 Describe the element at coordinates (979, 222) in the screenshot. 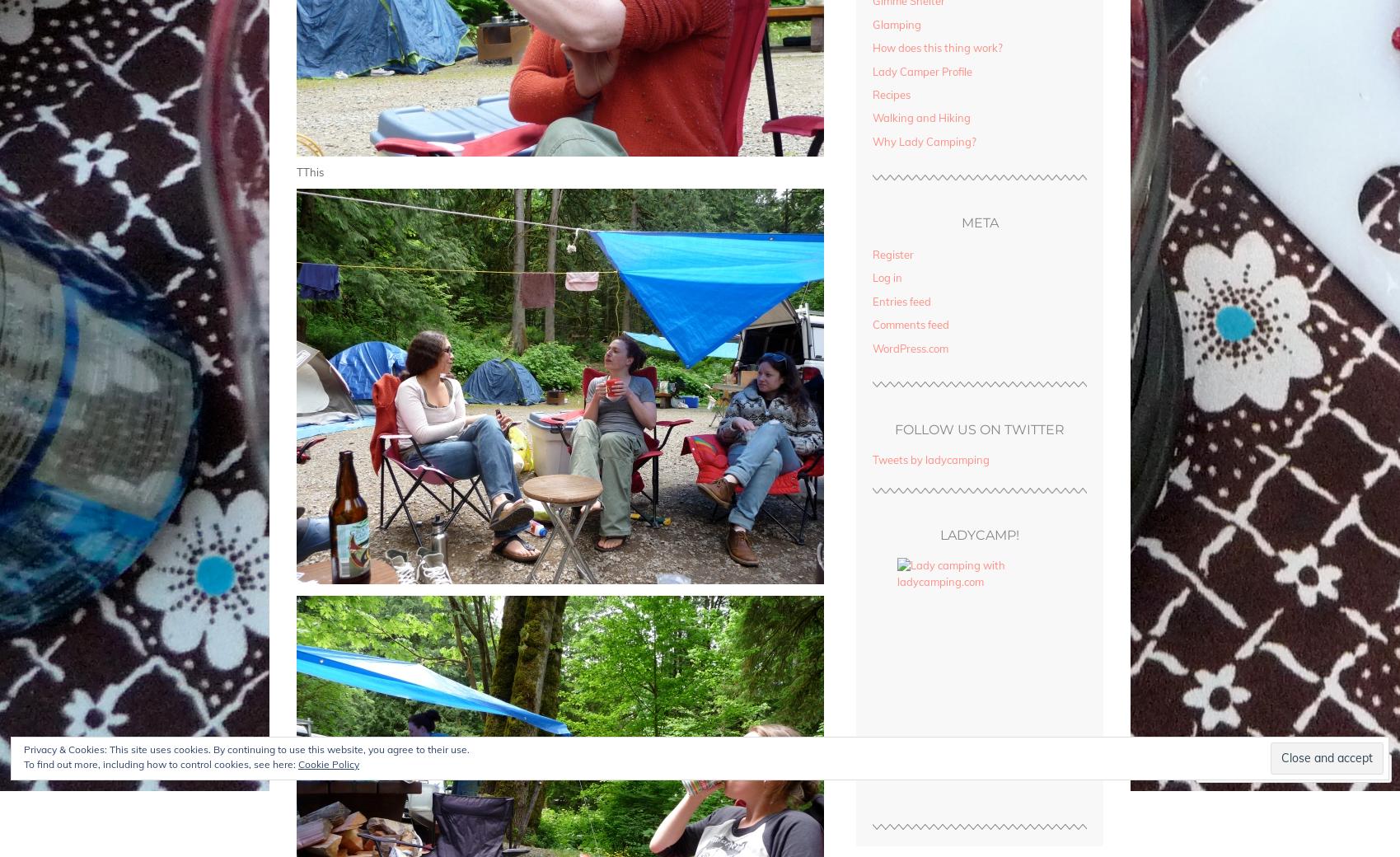

I see `'Meta'` at that location.